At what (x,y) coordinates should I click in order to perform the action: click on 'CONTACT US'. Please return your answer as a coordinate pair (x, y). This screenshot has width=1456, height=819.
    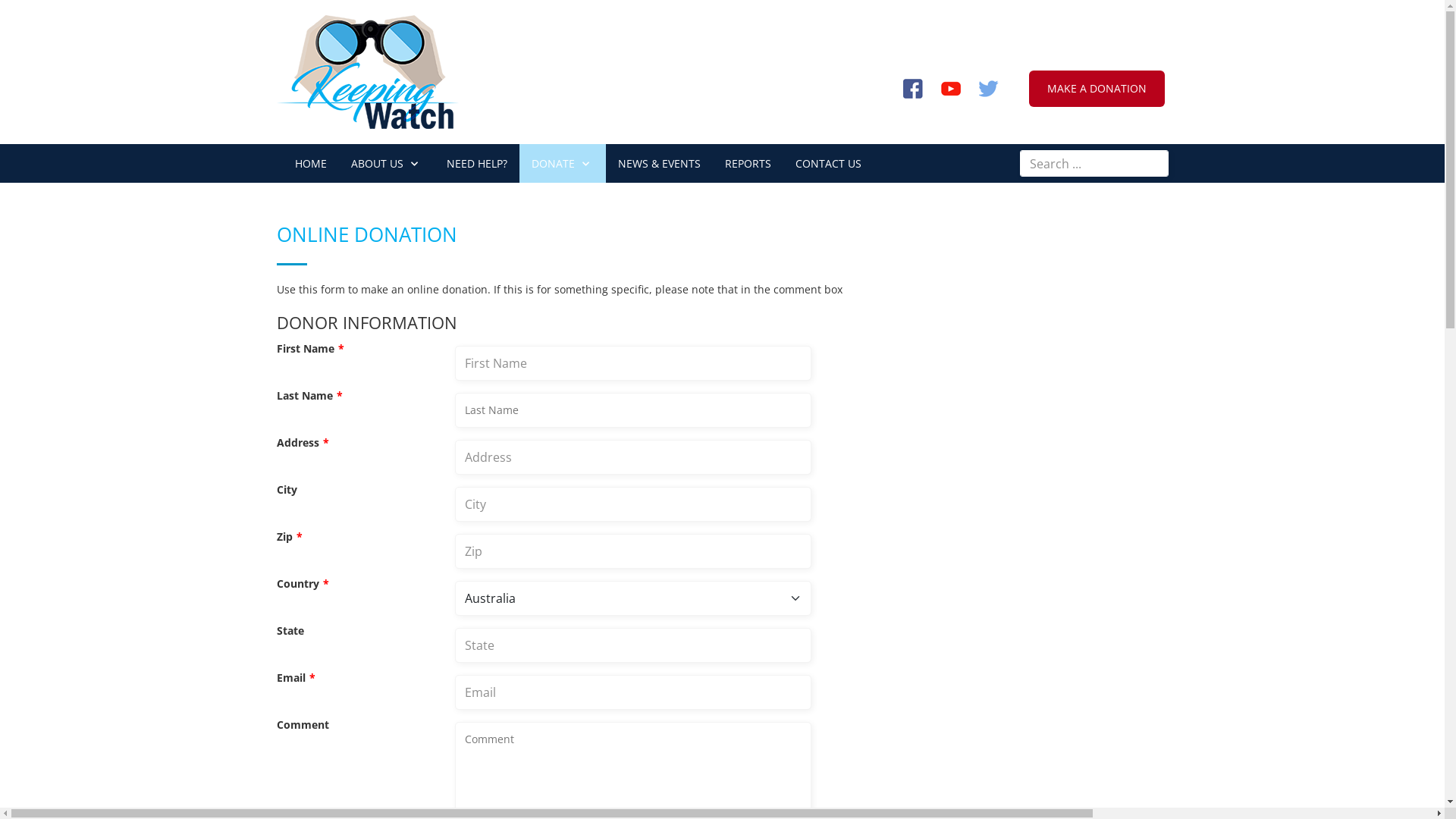
    Looking at the image, I should click on (827, 163).